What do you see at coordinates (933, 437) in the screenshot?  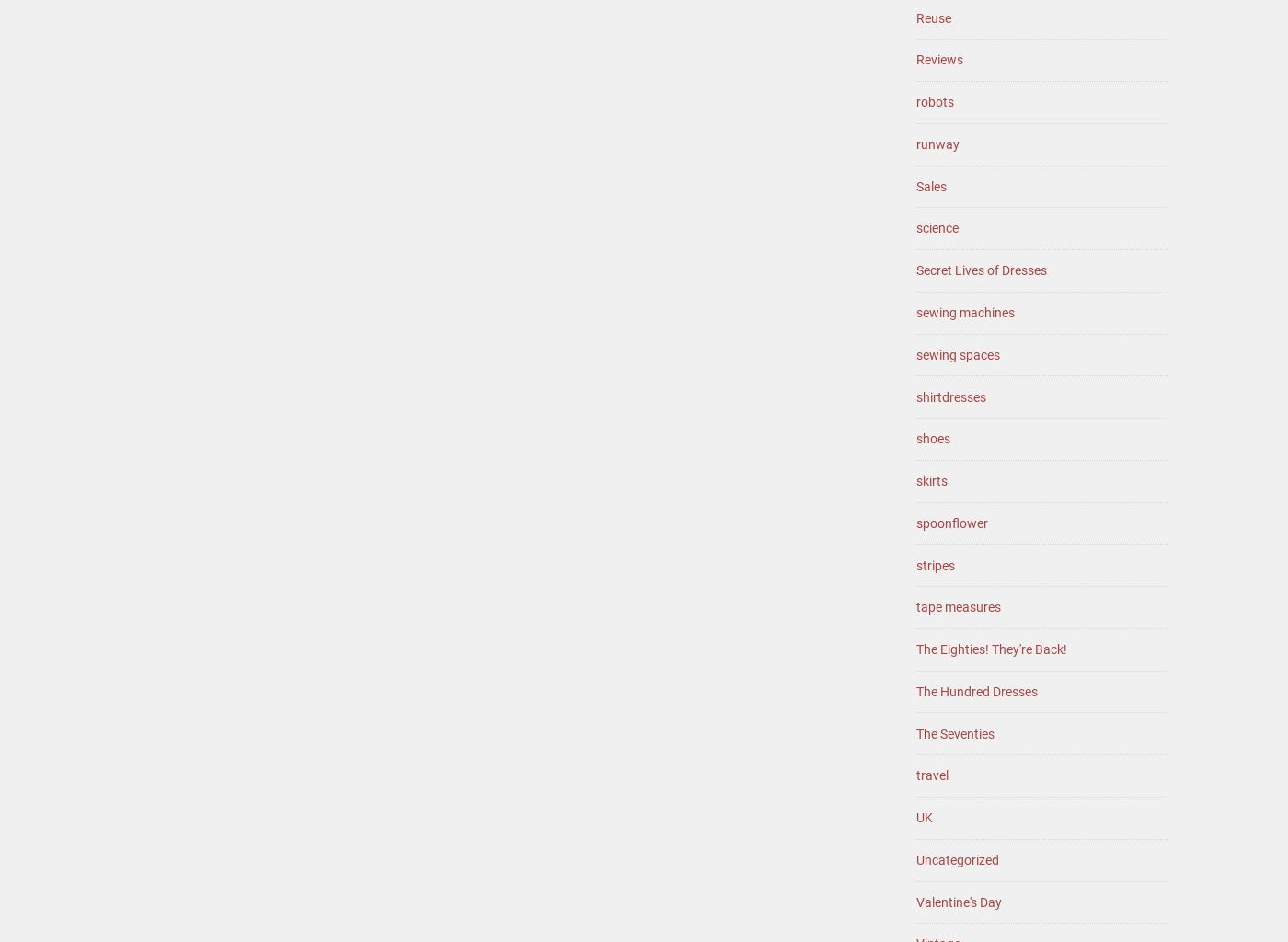 I see `'shoes'` at bounding box center [933, 437].